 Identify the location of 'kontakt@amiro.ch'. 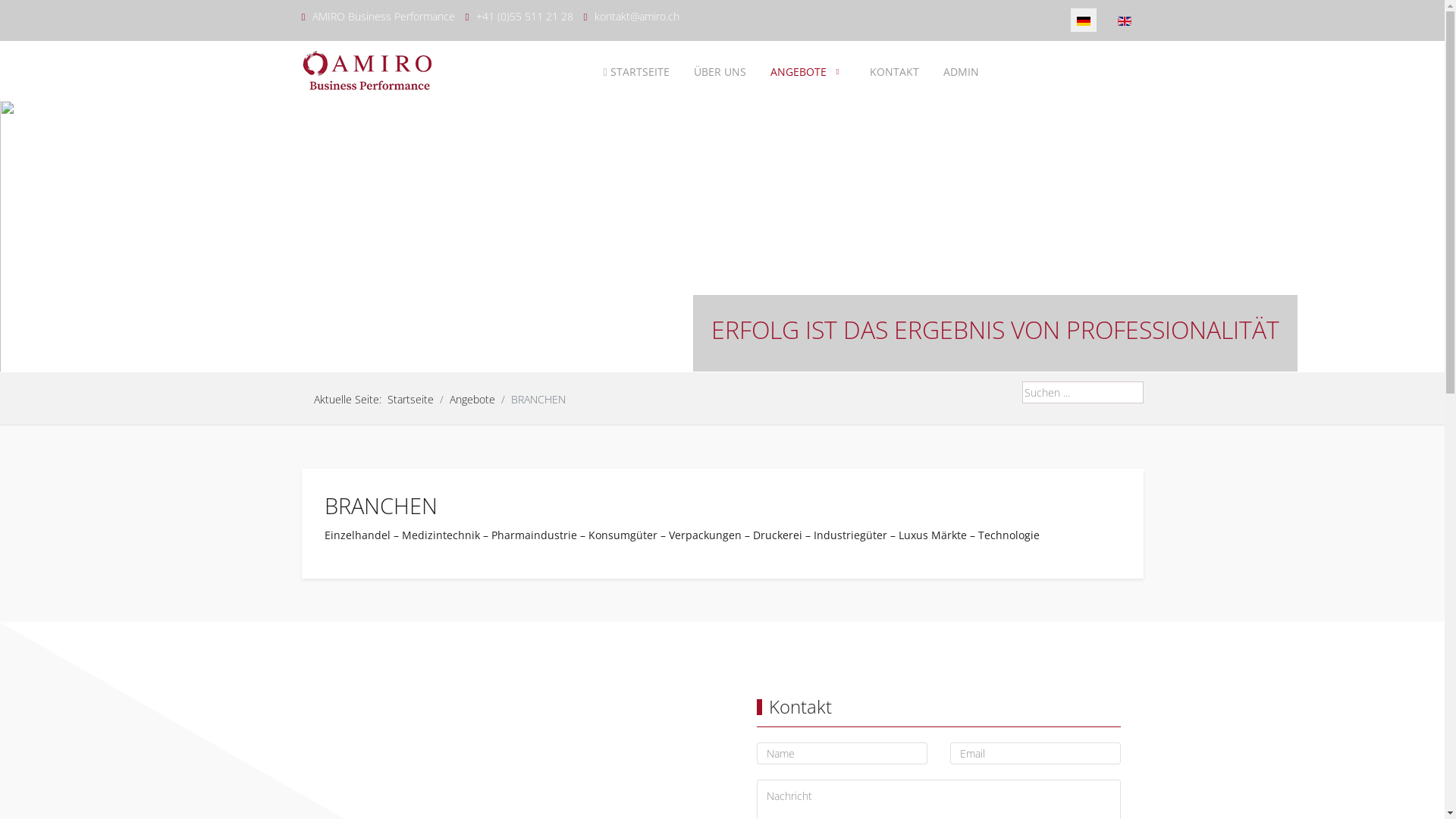
(637, 16).